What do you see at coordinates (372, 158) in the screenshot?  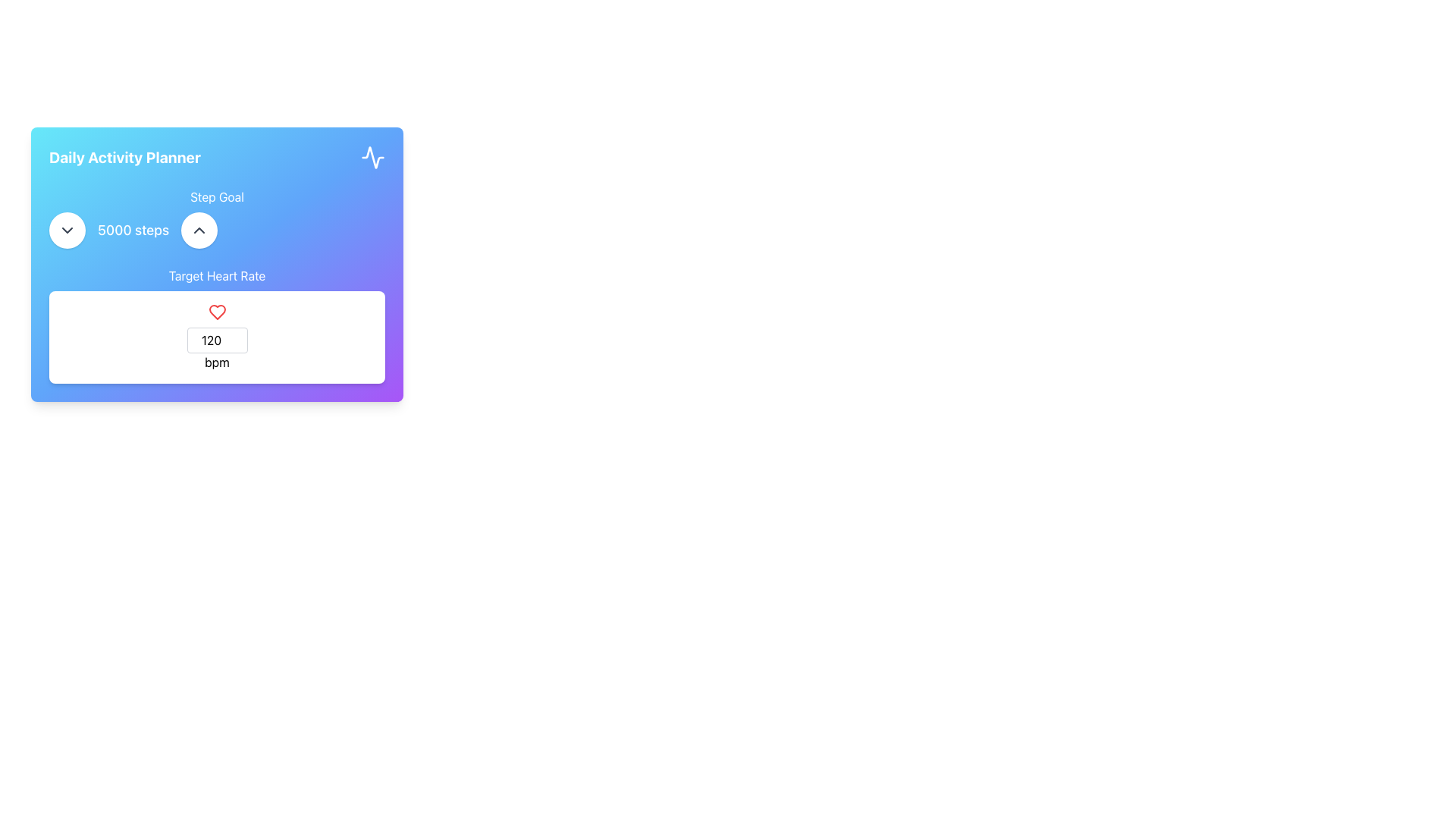 I see `the decorative activity monitoring icon located at the top-right corner of the 'Daily Activity Planner' card` at bounding box center [372, 158].